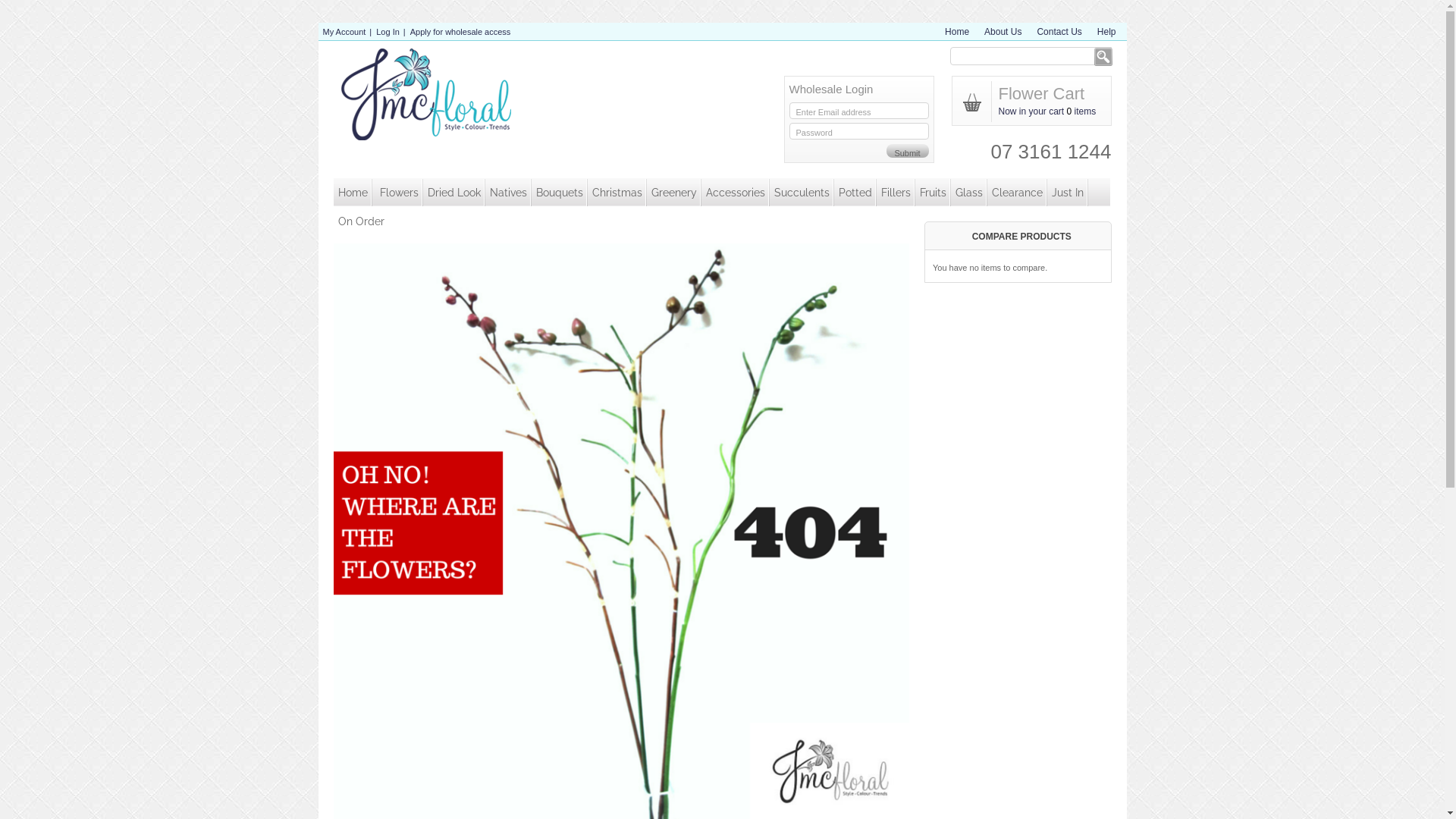 The image size is (1456, 819). What do you see at coordinates (342, 32) in the screenshot?
I see `'My Account'` at bounding box center [342, 32].